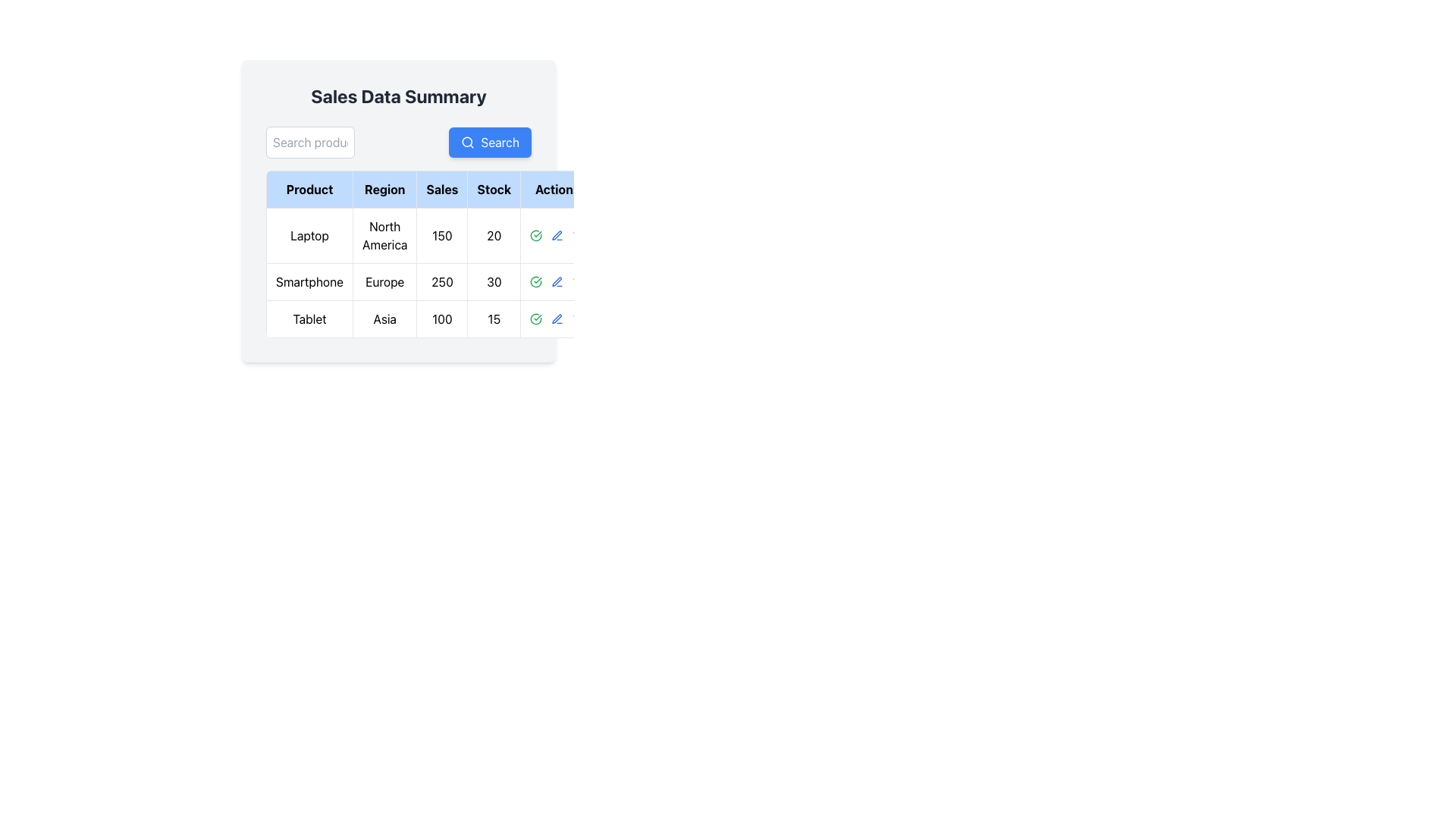 This screenshot has height=819, width=1456. Describe the element at coordinates (536, 236) in the screenshot. I see `the confirmation icon button located in the second row of the 'Action' column beside the blue pencil icon, which corresponds to the 'Smartphone' entry in the 'Product' column to confirm or approve the row's data` at that location.